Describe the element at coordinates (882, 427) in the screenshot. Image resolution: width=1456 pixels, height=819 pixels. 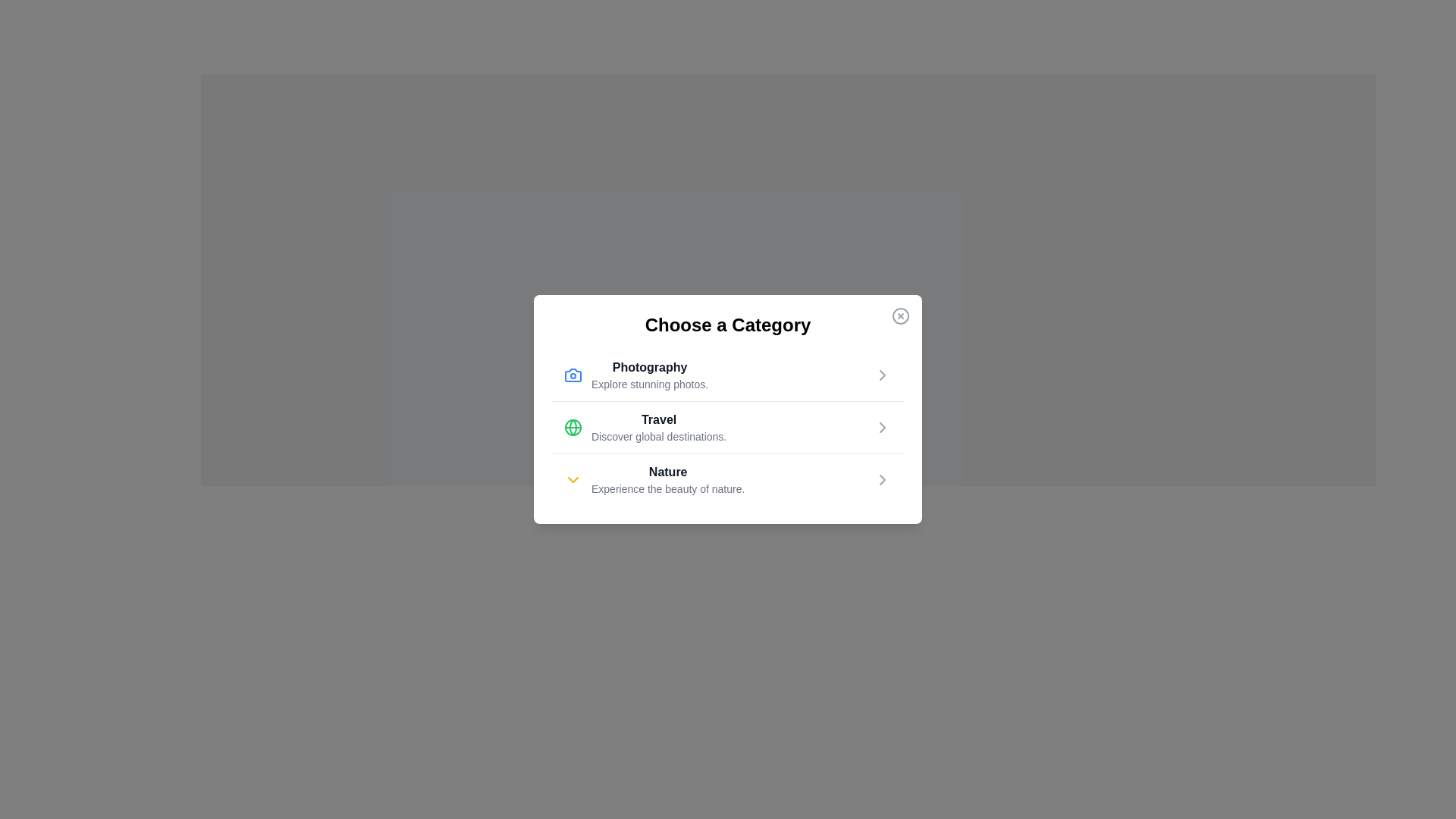
I see `the chevron icon located to the far right of the 'Travel' item in the 'Choose a Category' interface` at that location.